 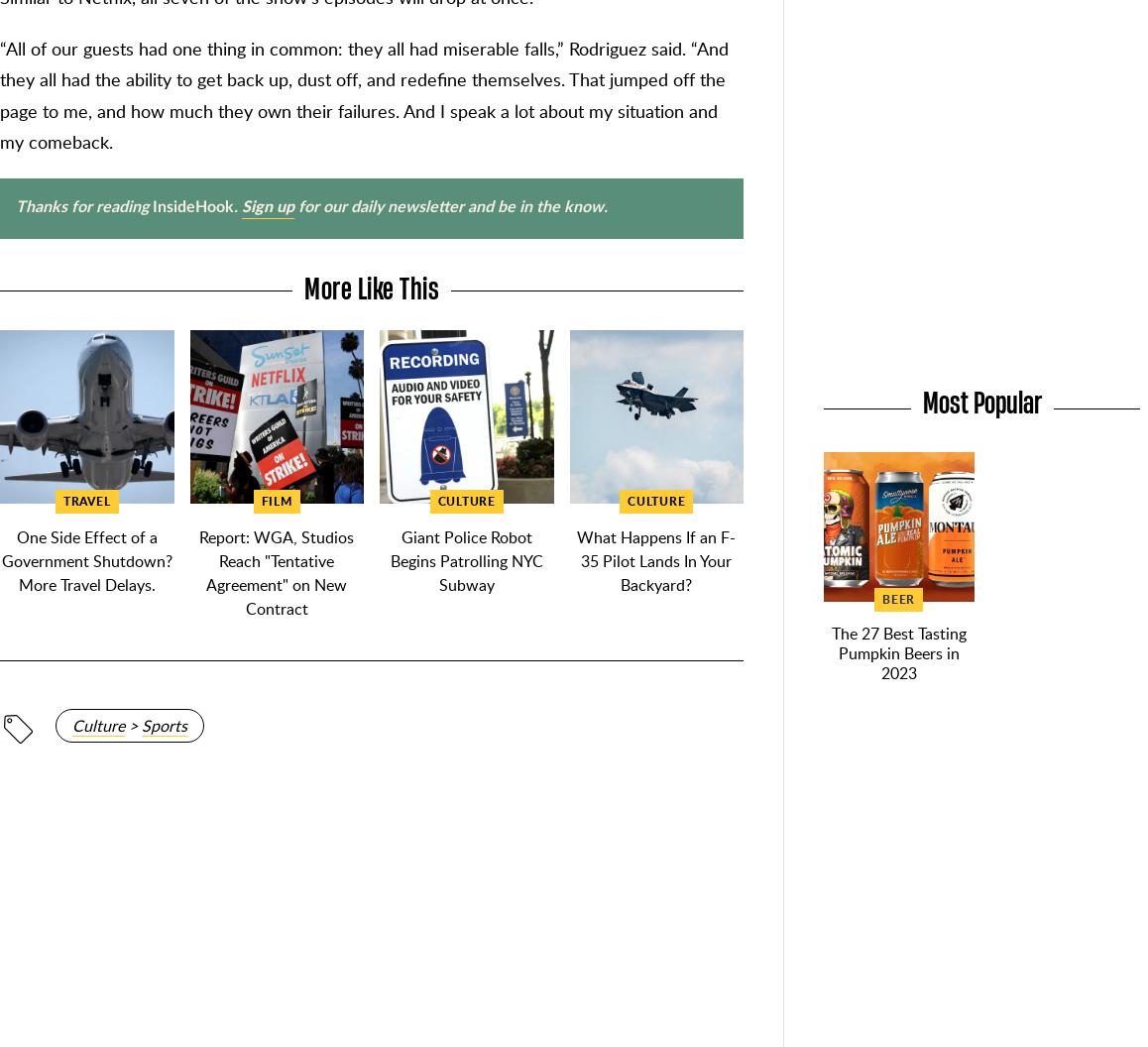 What do you see at coordinates (465, 561) in the screenshot?
I see `'Giant Police Robot Begins Patrolling NYC Subway'` at bounding box center [465, 561].